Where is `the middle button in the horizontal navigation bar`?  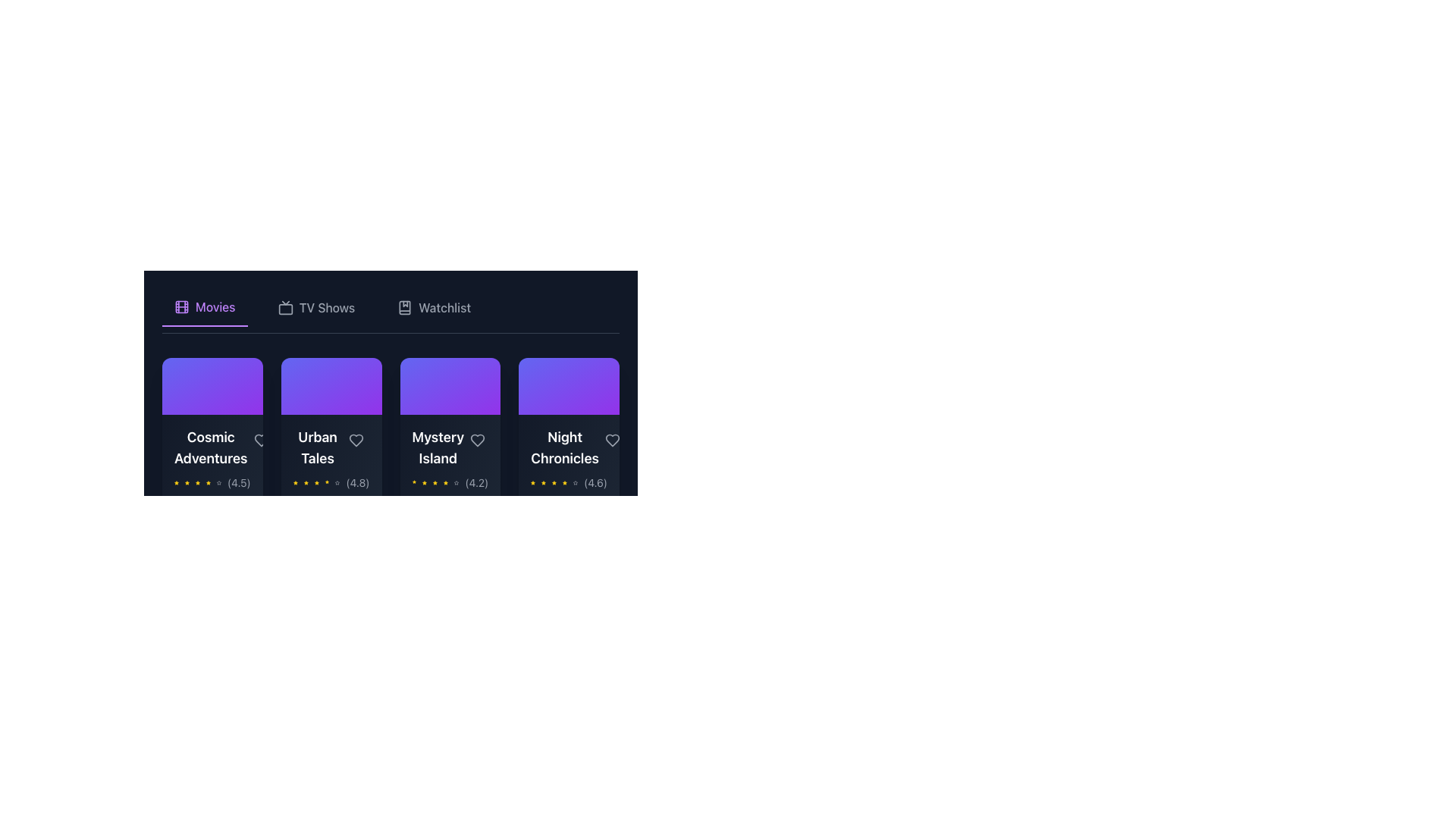 the middle button in the horizontal navigation bar is located at coordinates (315, 307).